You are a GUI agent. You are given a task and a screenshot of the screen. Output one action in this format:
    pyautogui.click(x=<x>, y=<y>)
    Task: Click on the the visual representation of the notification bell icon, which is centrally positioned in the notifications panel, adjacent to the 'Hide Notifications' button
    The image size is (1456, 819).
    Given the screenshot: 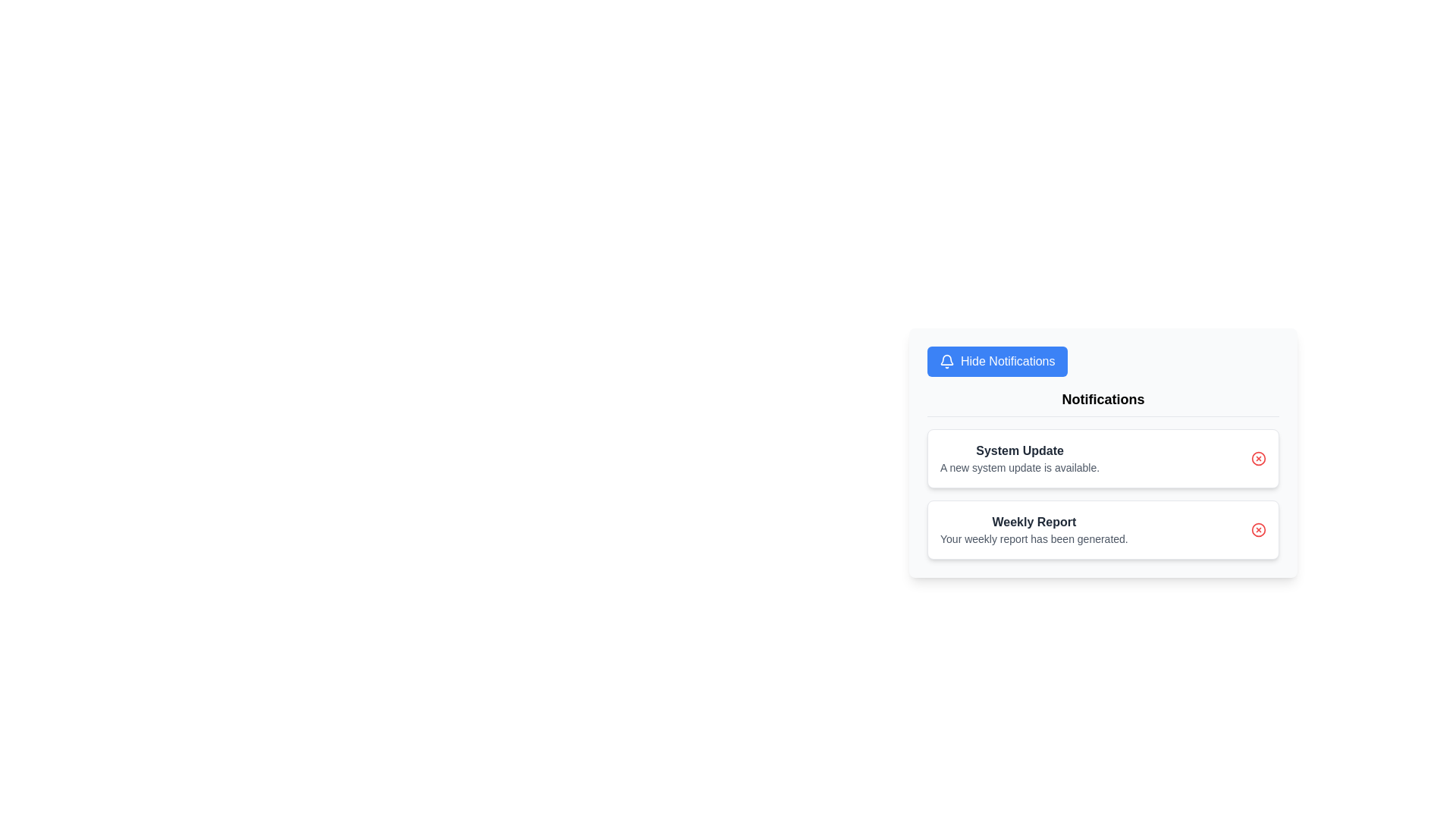 What is the action you would take?
    pyautogui.click(x=946, y=359)
    